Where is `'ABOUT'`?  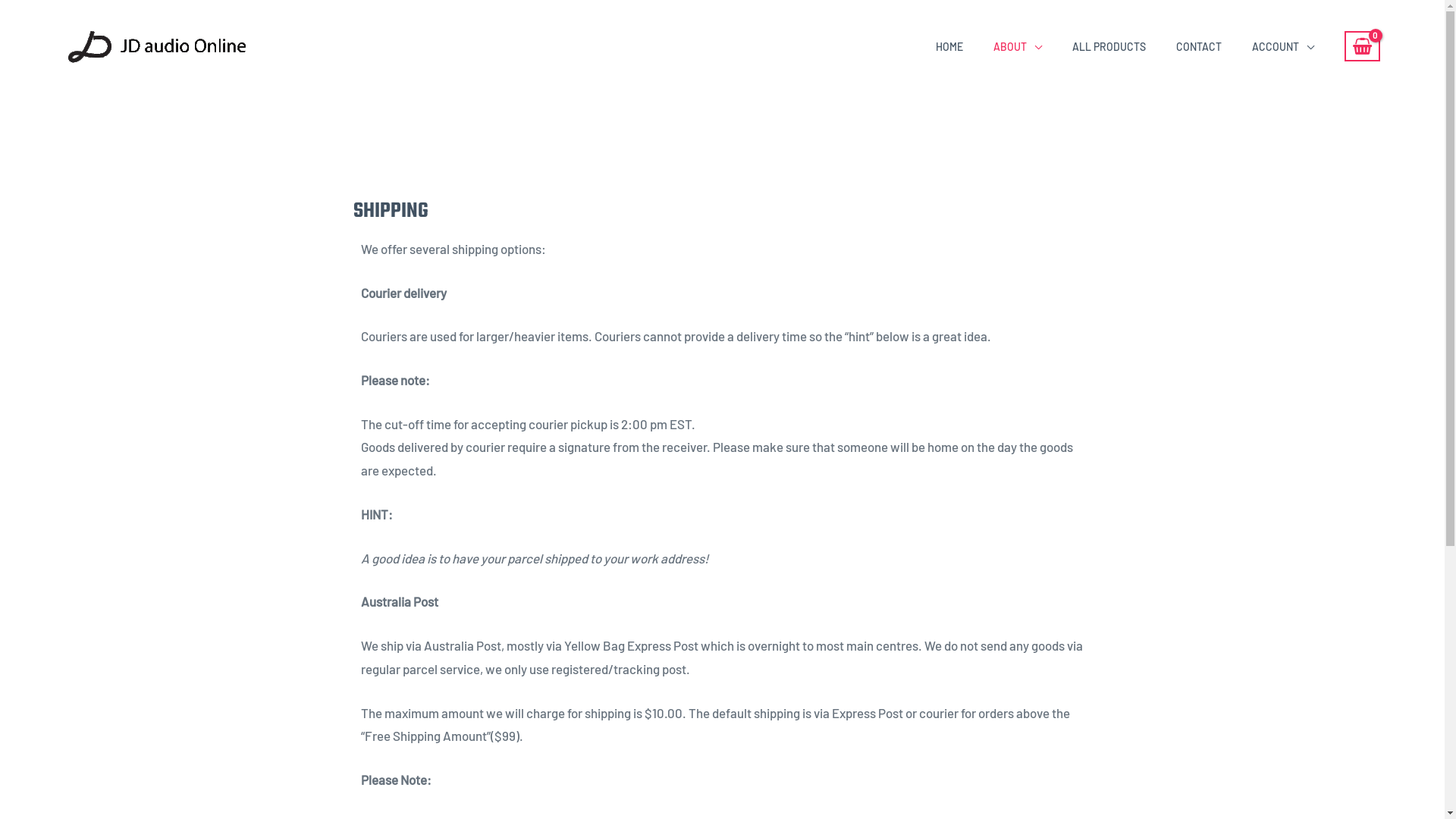
'ABOUT' is located at coordinates (1018, 45).